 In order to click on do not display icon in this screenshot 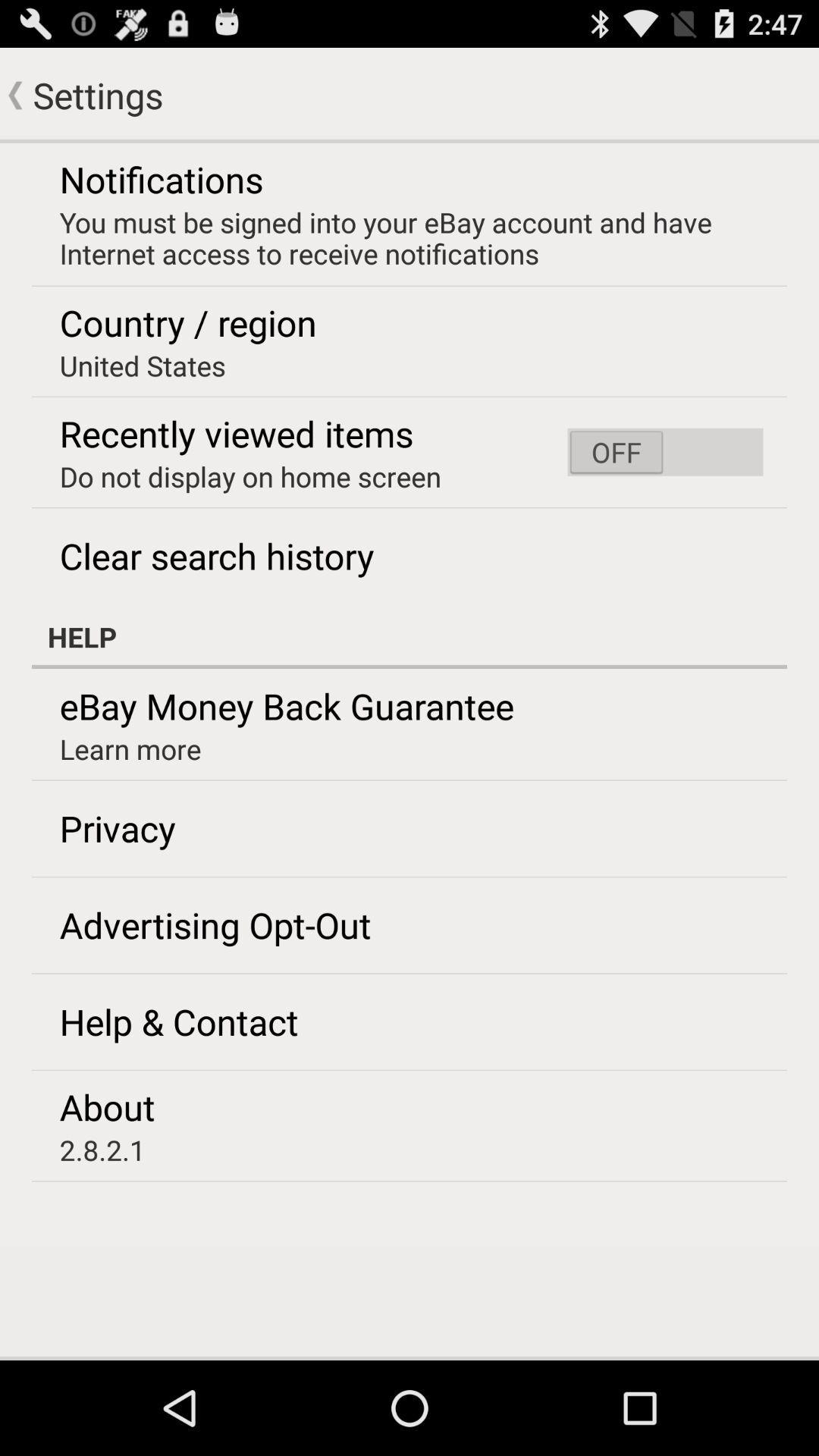, I will do `click(249, 475)`.